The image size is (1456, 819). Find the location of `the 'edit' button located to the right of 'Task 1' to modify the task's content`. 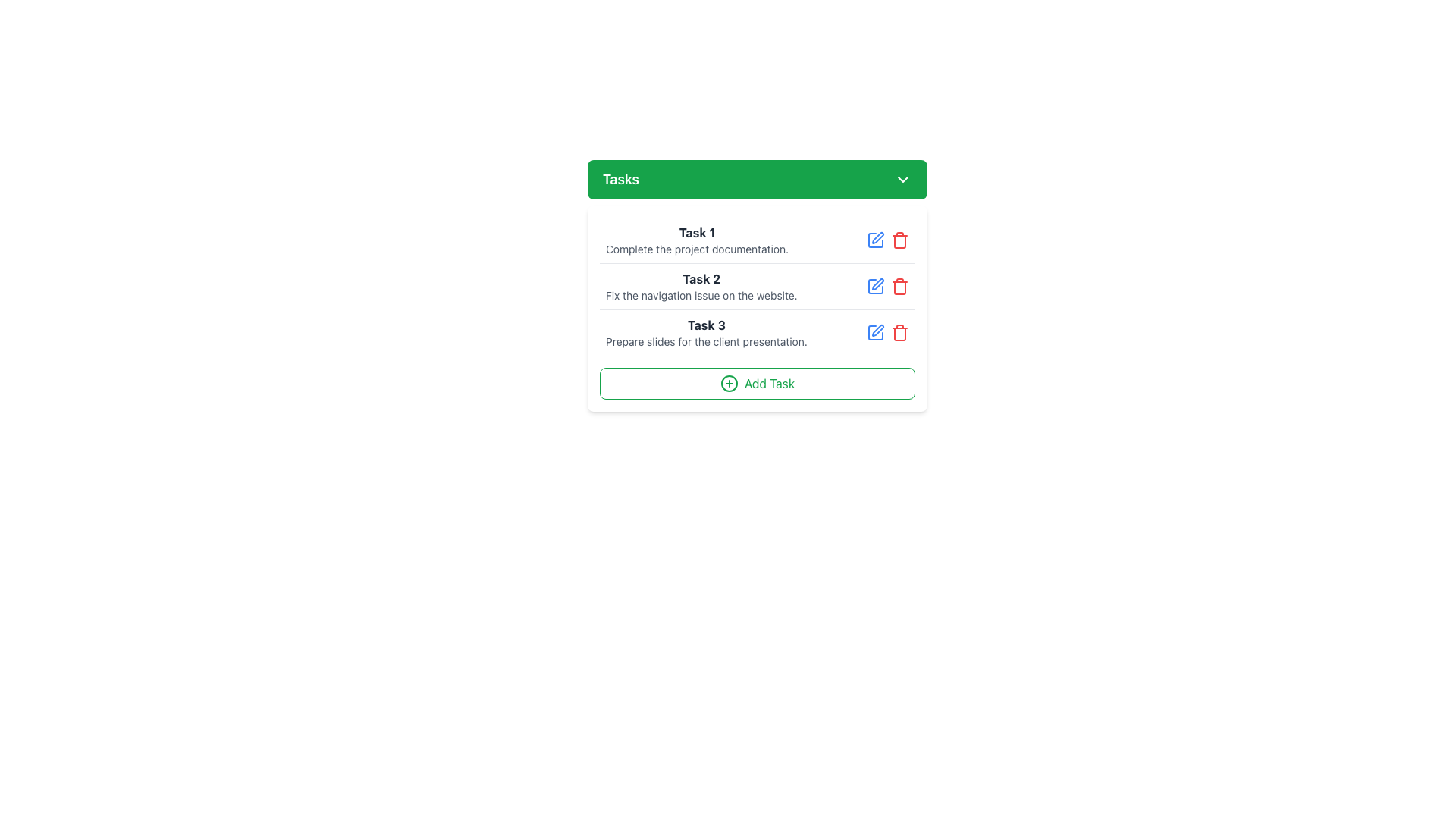

the 'edit' button located to the right of 'Task 1' to modify the task's content is located at coordinates (876, 239).